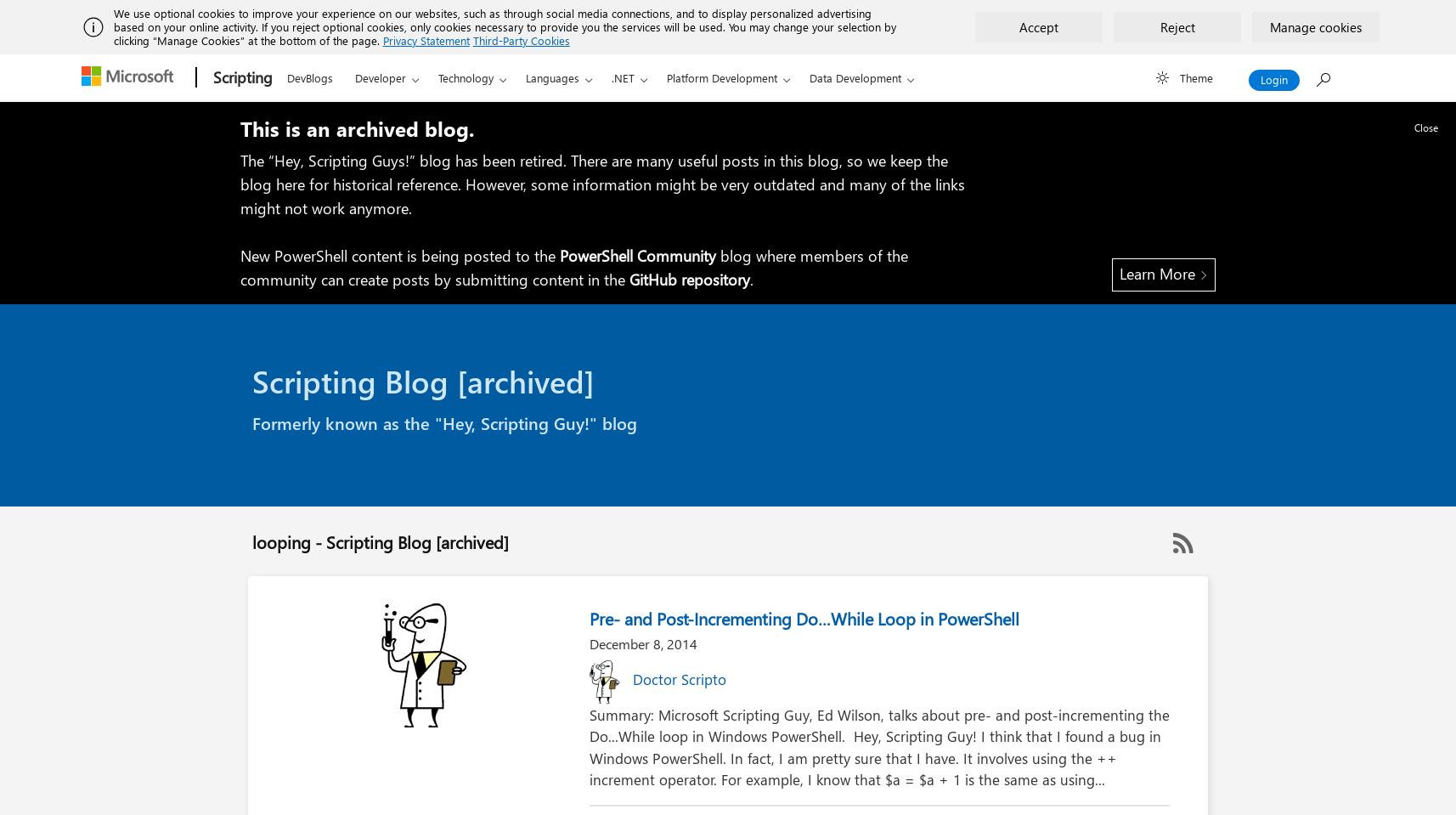 This screenshot has height=815, width=1456. I want to click on 'Scripting', so click(242, 77).